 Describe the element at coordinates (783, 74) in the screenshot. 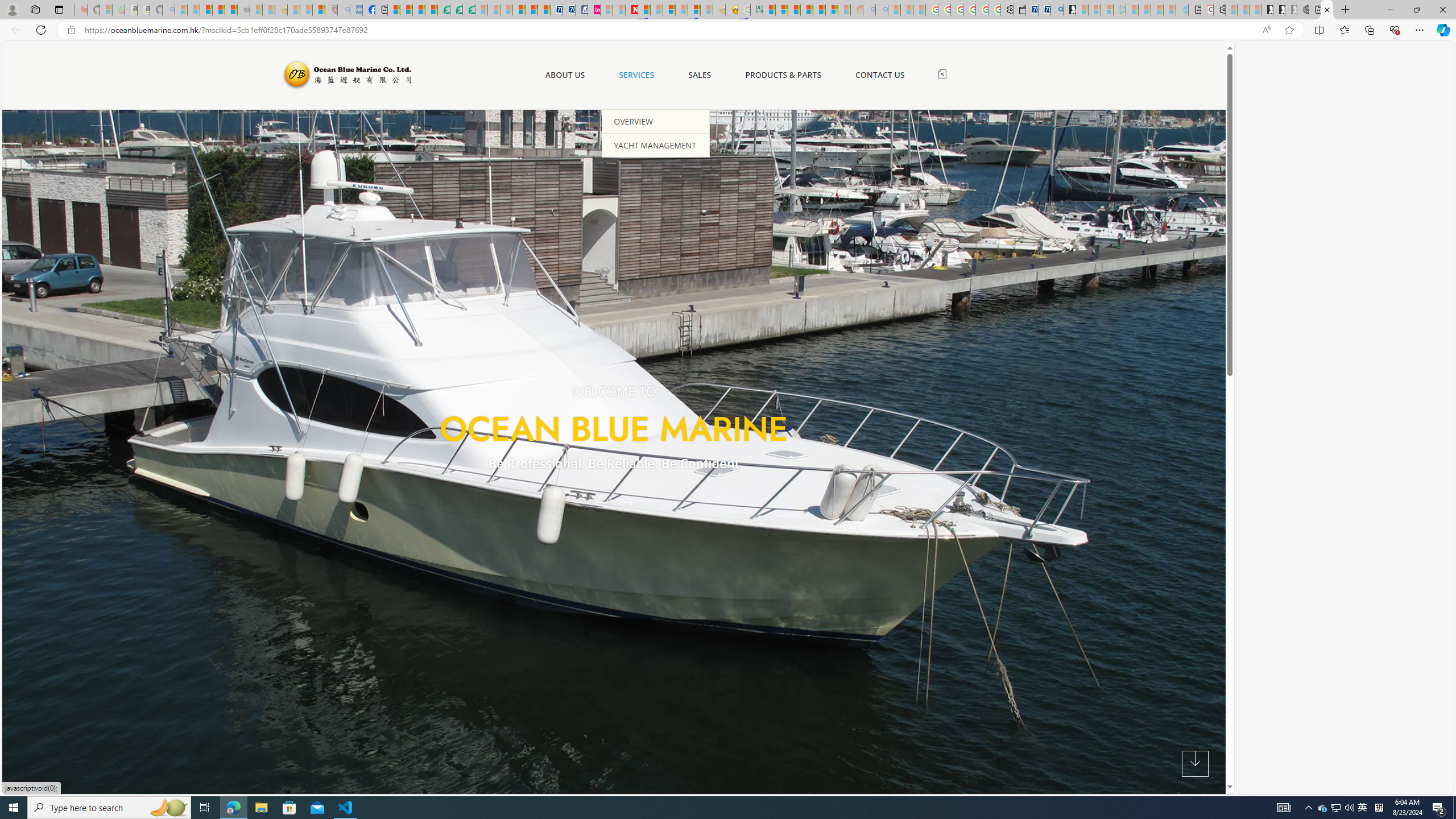

I see `'PRODUCTS & PARTS'` at that location.